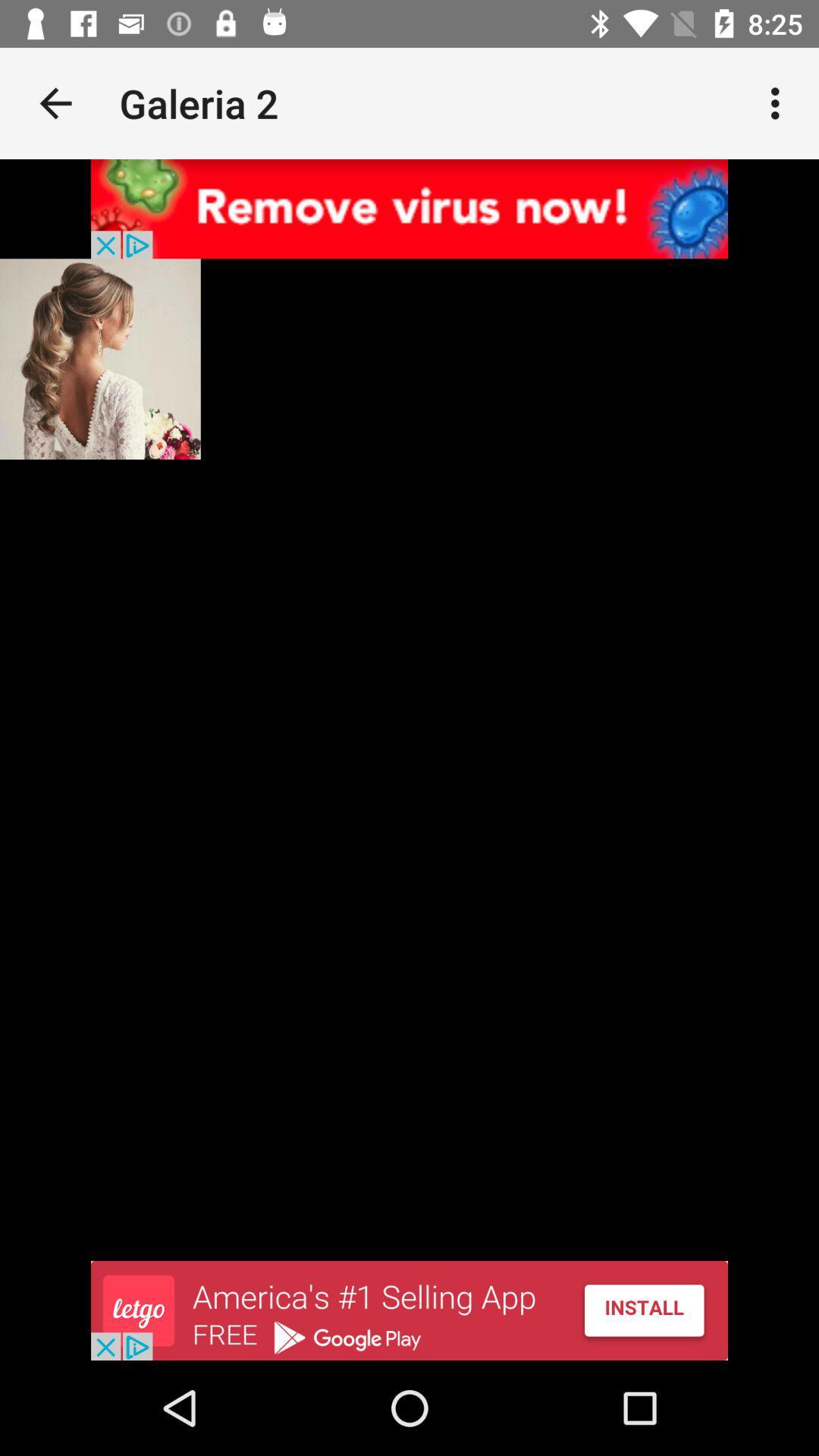  Describe the element at coordinates (409, 208) in the screenshot. I see `advertisement link` at that location.